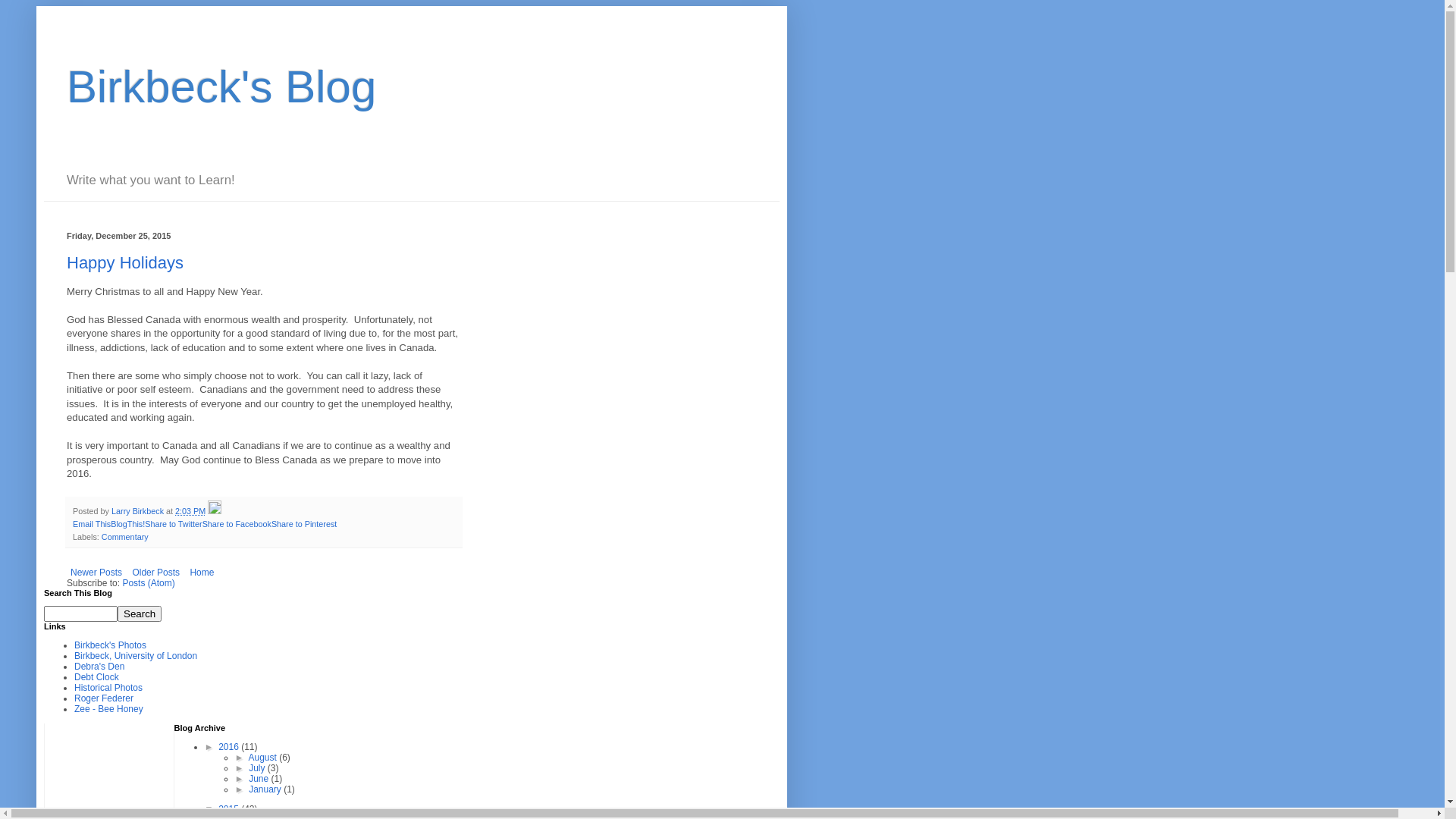  What do you see at coordinates (138, 511) in the screenshot?
I see `'Larry Birkbeck'` at bounding box center [138, 511].